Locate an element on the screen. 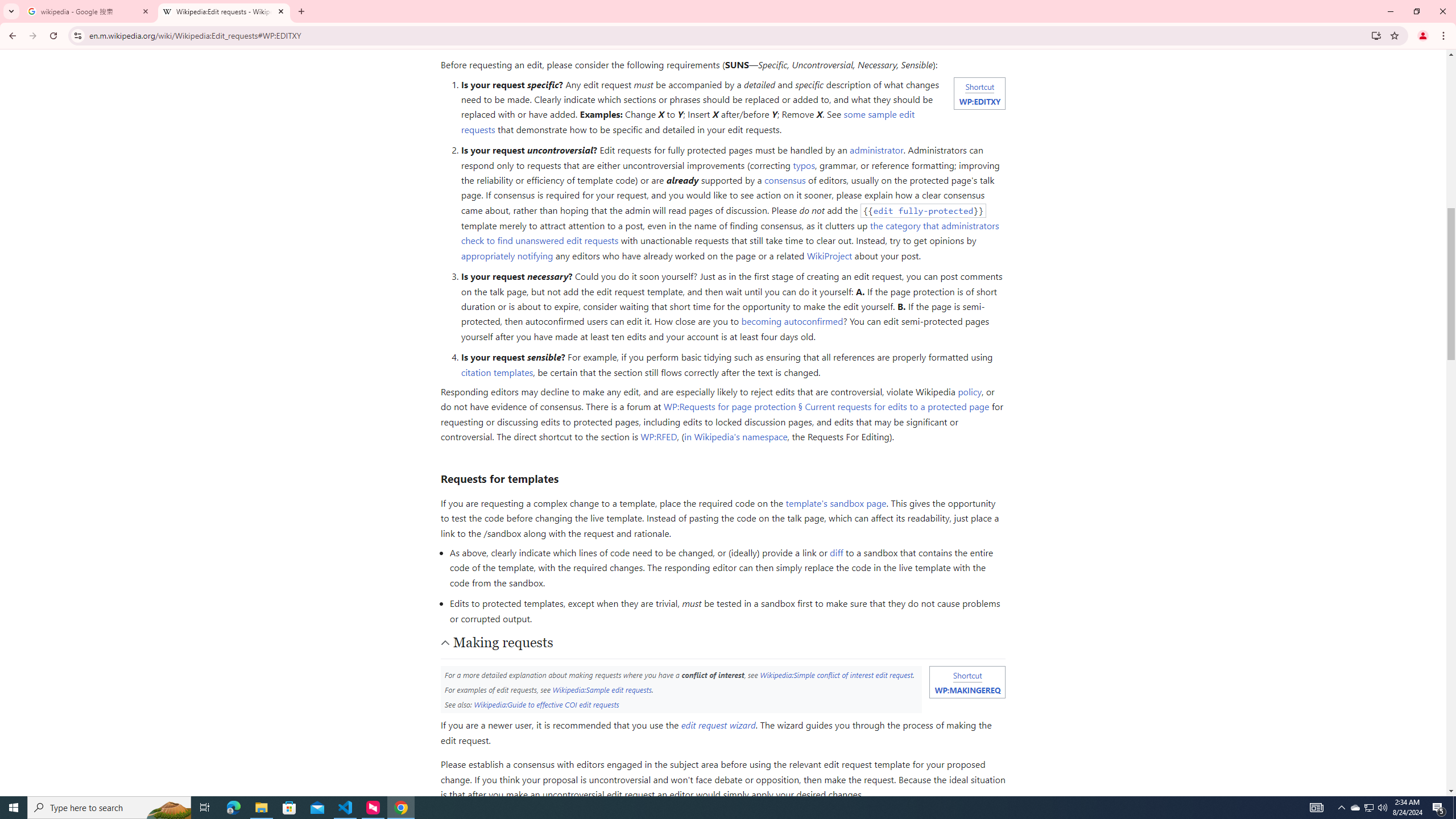 This screenshot has height=819, width=1456. 'template' is located at coordinates (835, 503).